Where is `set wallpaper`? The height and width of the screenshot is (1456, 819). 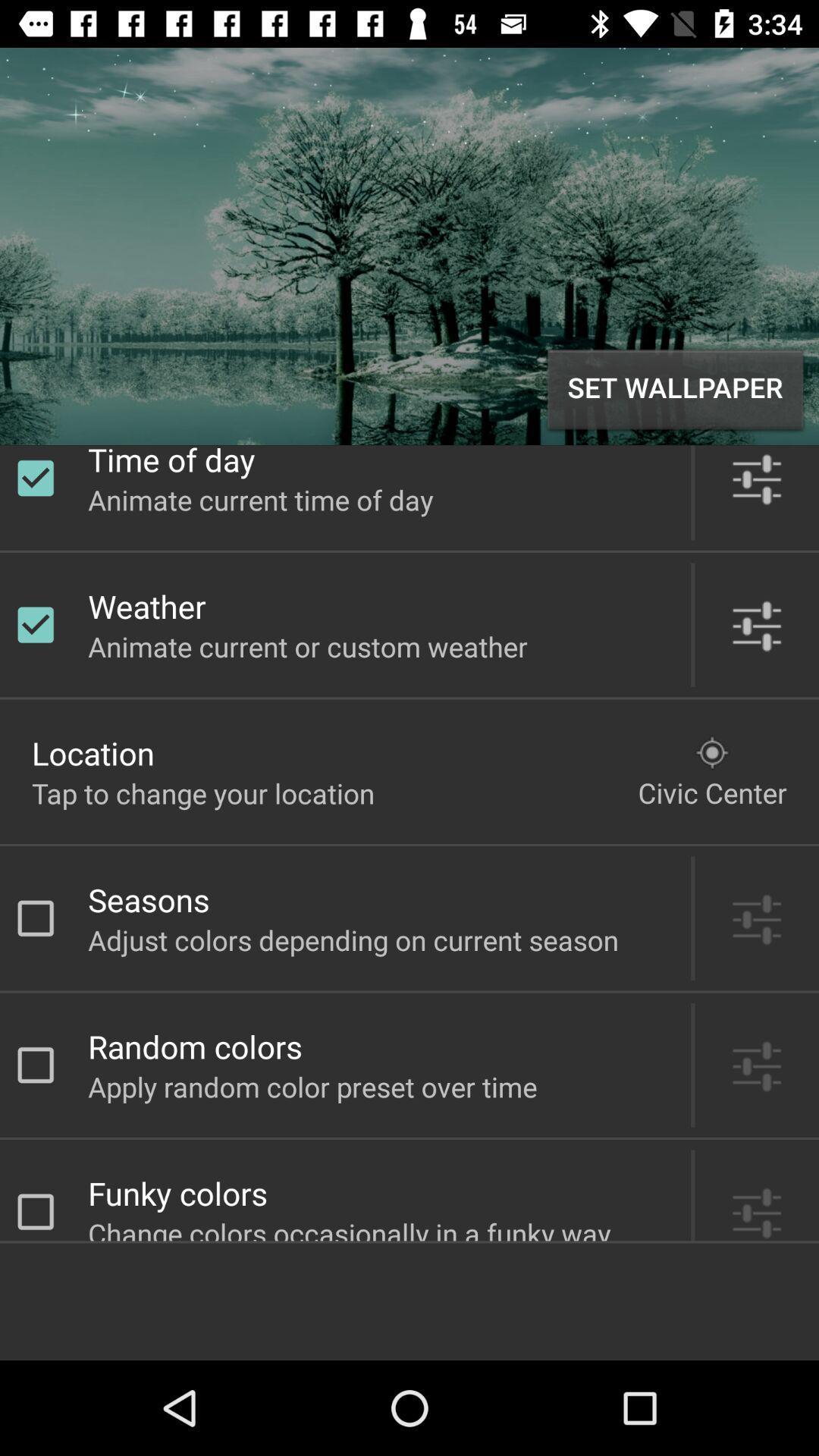 set wallpaper is located at coordinates (675, 389).